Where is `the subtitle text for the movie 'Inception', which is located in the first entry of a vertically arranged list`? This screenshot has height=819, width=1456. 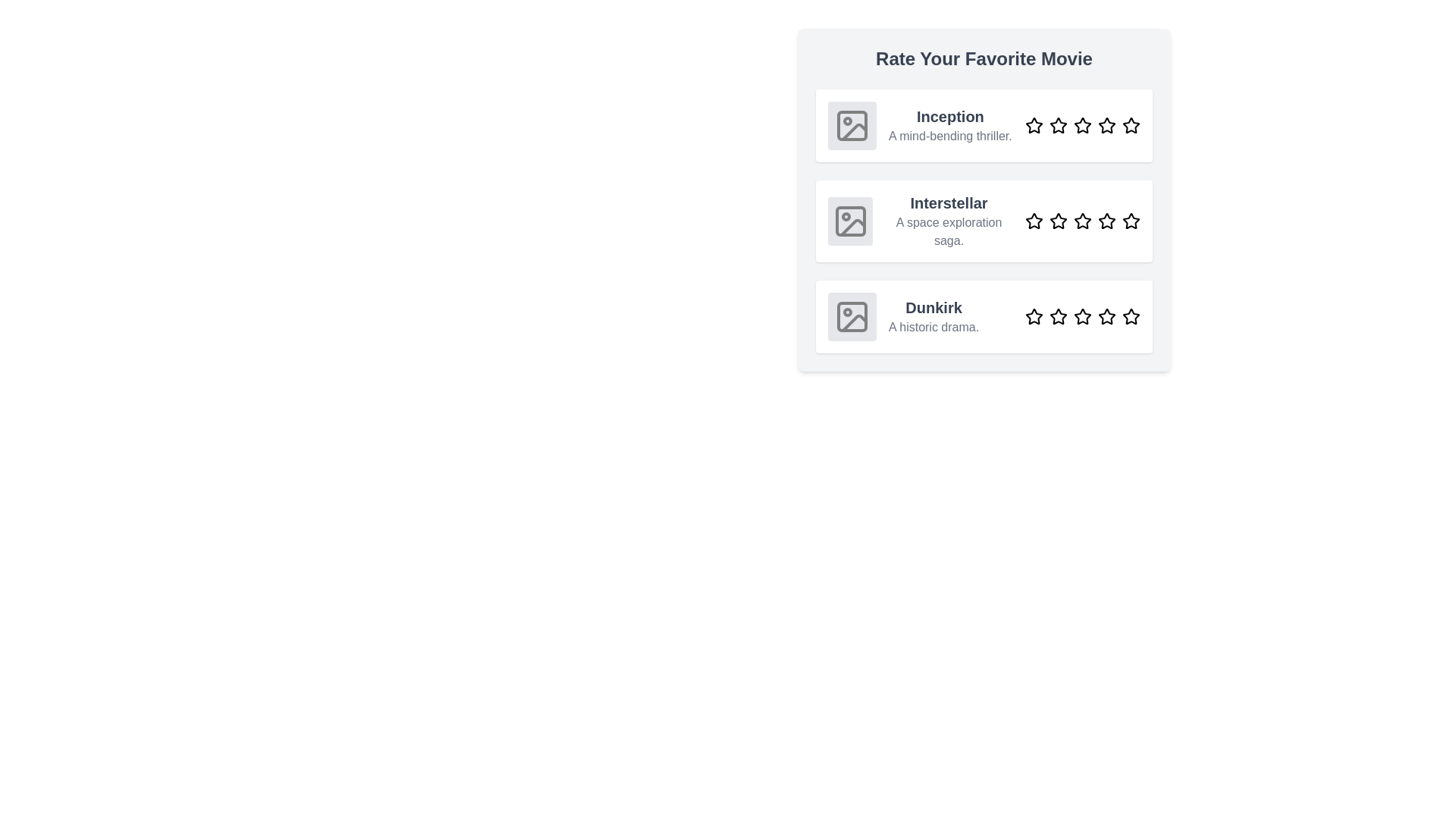
the subtitle text for the movie 'Inception', which is located in the first entry of a vertically arranged list is located at coordinates (949, 136).